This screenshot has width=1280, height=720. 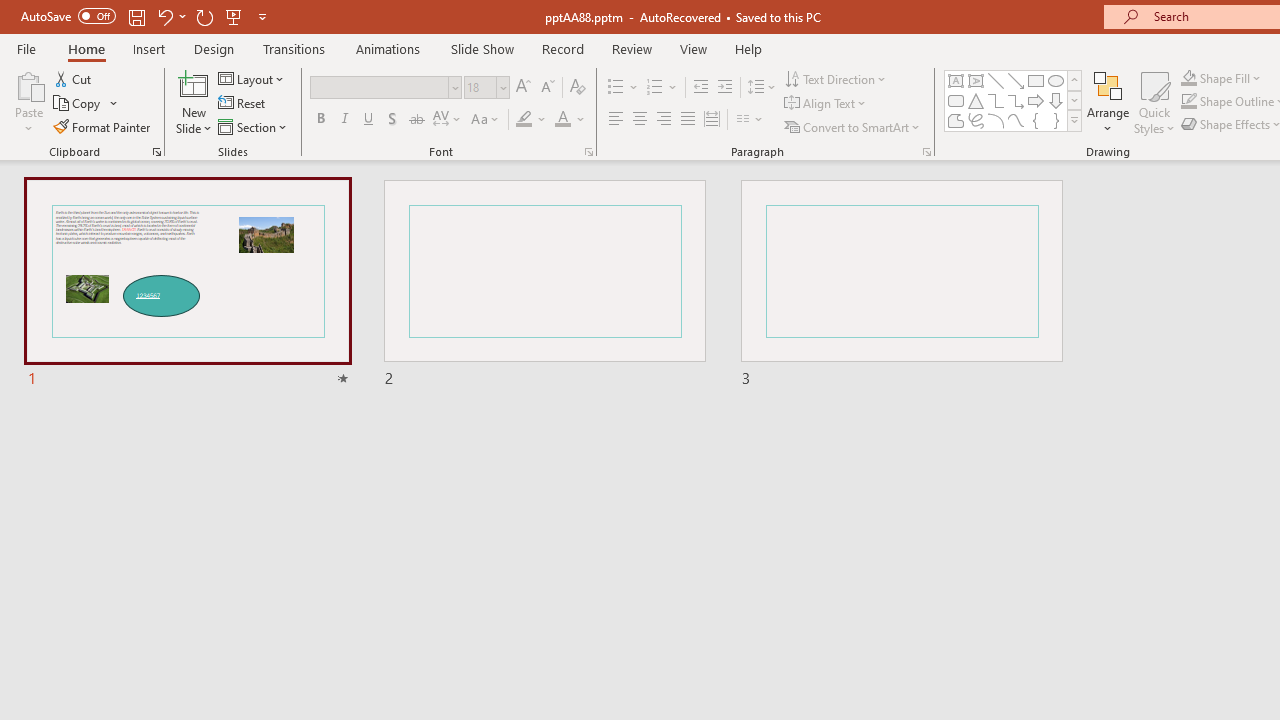 I want to click on 'Layout', so click(x=251, y=78).